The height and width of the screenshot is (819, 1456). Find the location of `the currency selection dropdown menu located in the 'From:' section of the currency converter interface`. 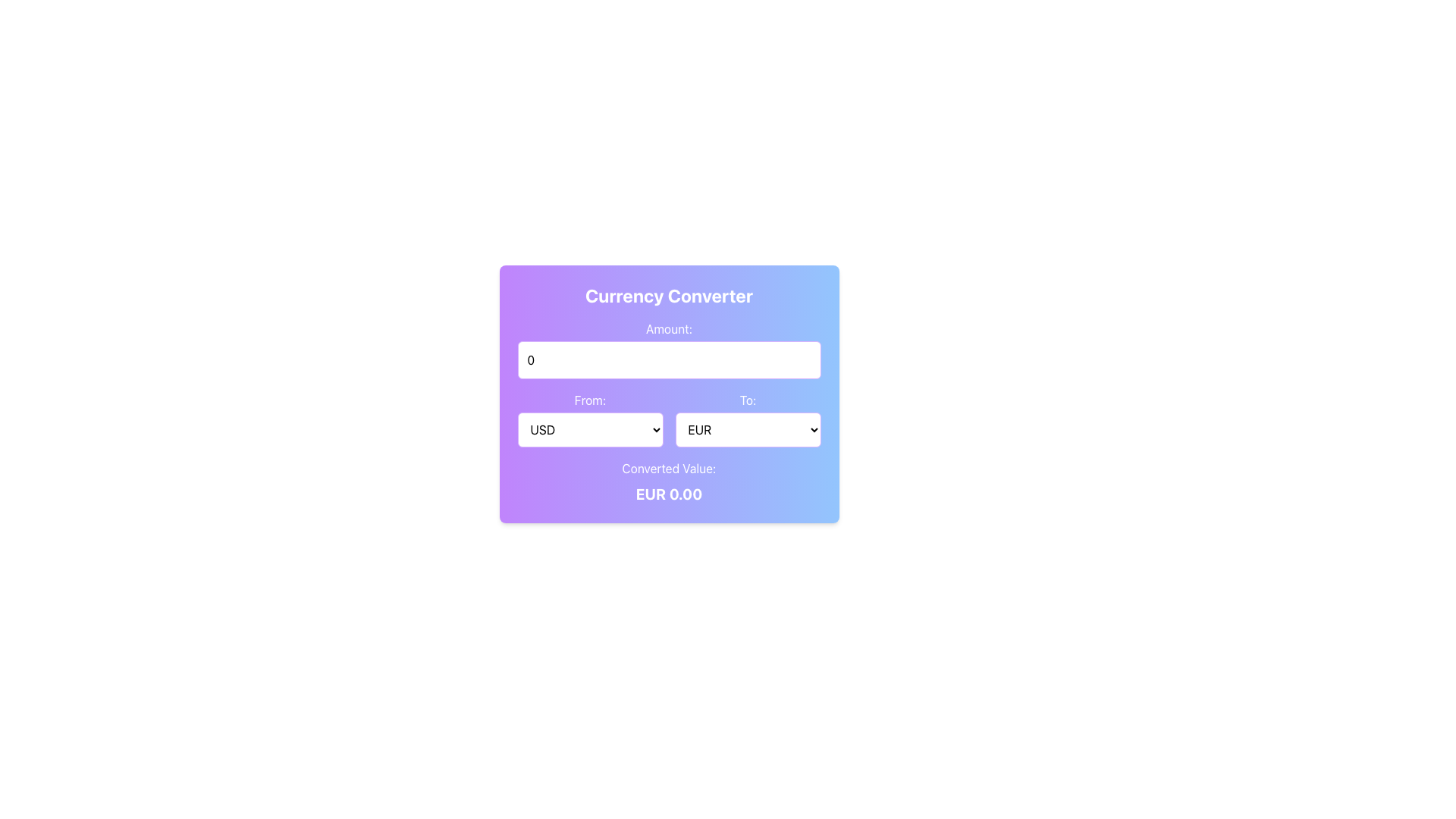

the currency selection dropdown menu located in the 'From:' section of the currency converter interface is located at coordinates (589, 430).